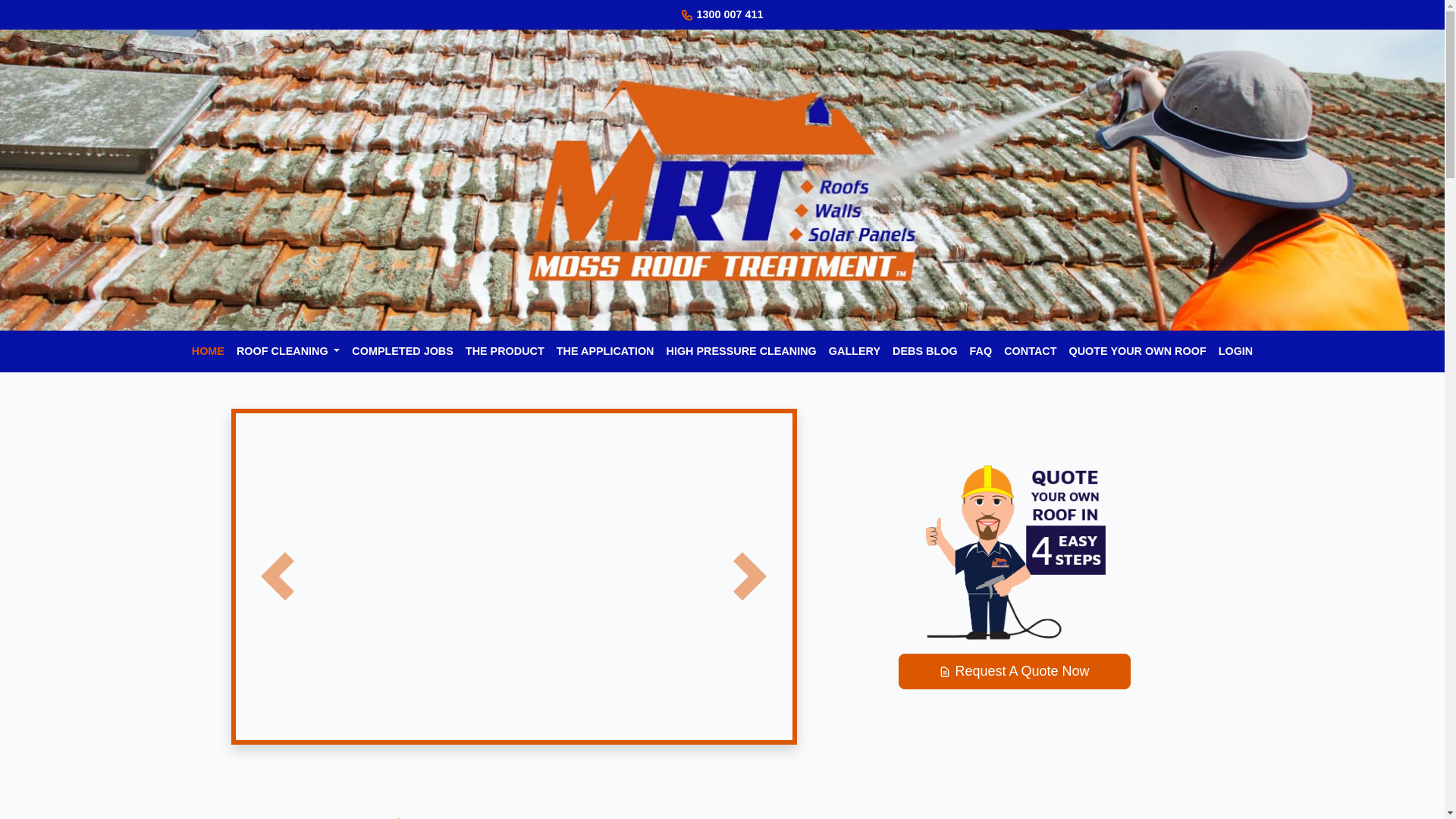  What do you see at coordinates (855, 351) in the screenshot?
I see `'GALLERY'` at bounding box center [855, 351].